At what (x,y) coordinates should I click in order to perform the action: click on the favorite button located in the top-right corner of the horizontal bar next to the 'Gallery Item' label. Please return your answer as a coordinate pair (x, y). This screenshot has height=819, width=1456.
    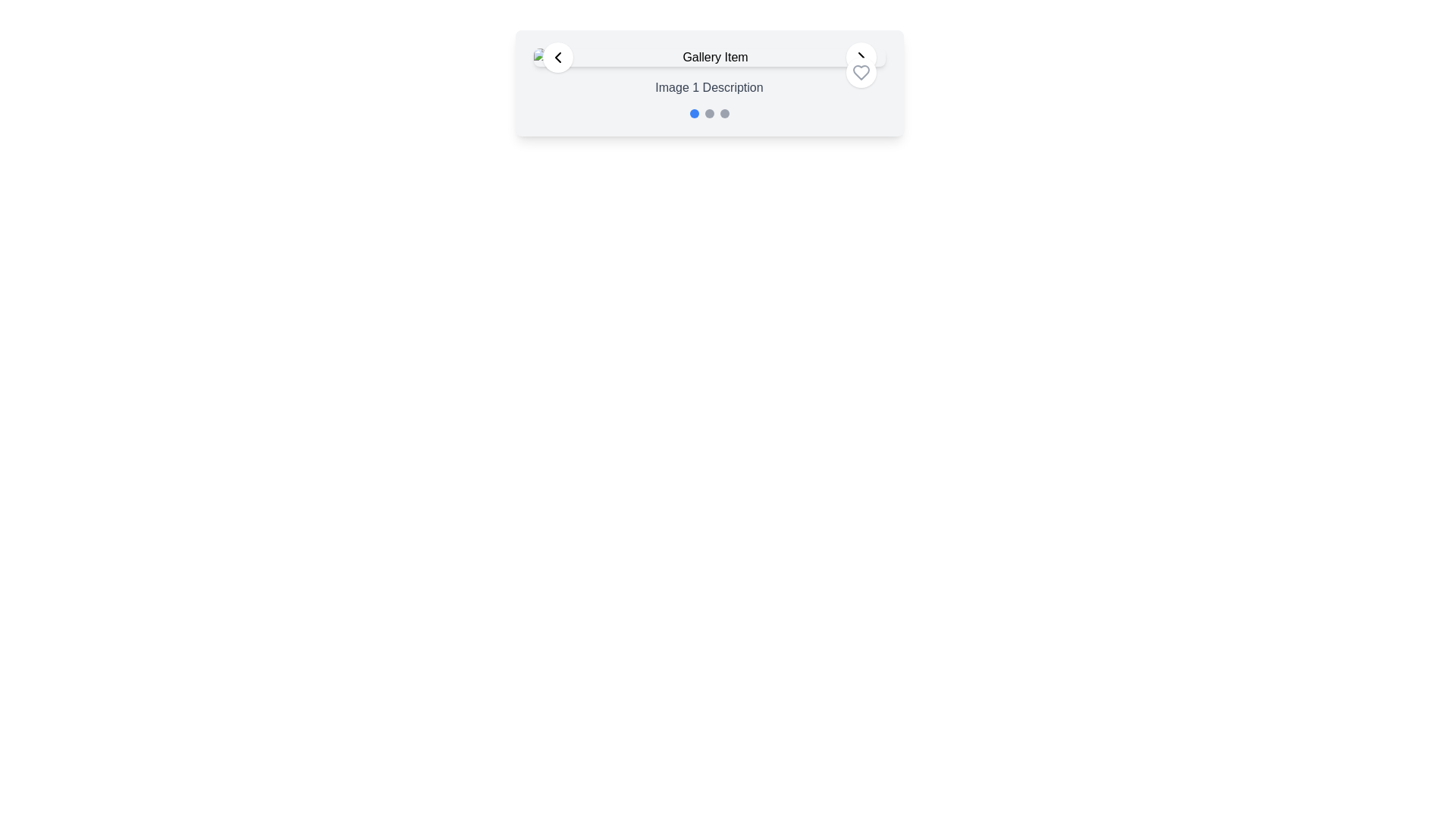
    Looking at the image, I should click on (861, 73).